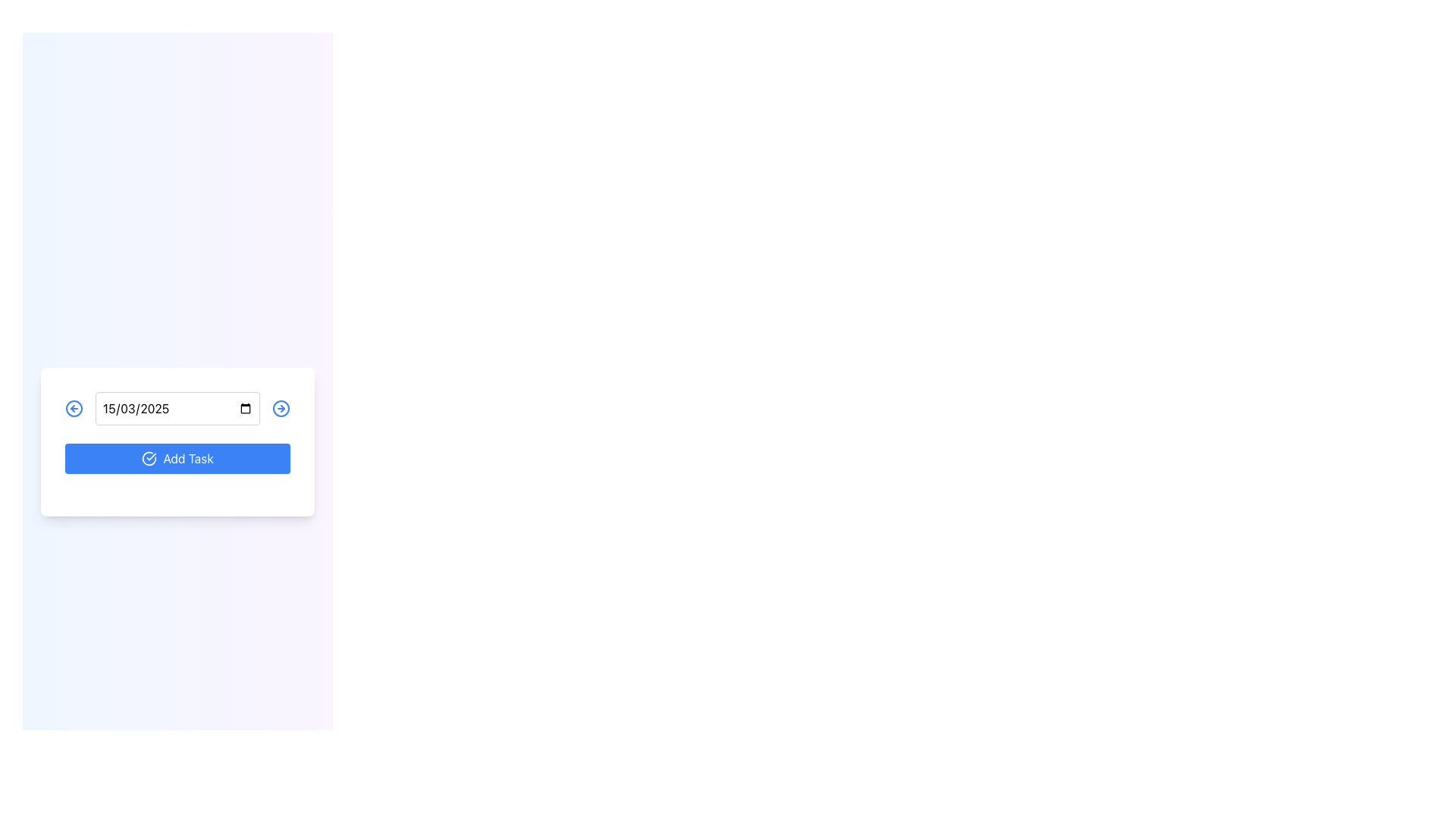 This screenshot has width=1456, height=819. What do you see at coordinates (177, 441) in the screenshot?
I see `the 'Add Task' button, which is a centered rectangular widget with a white background and rounded corners, located beneath the date selection input field` at bounding box center [177, 441].